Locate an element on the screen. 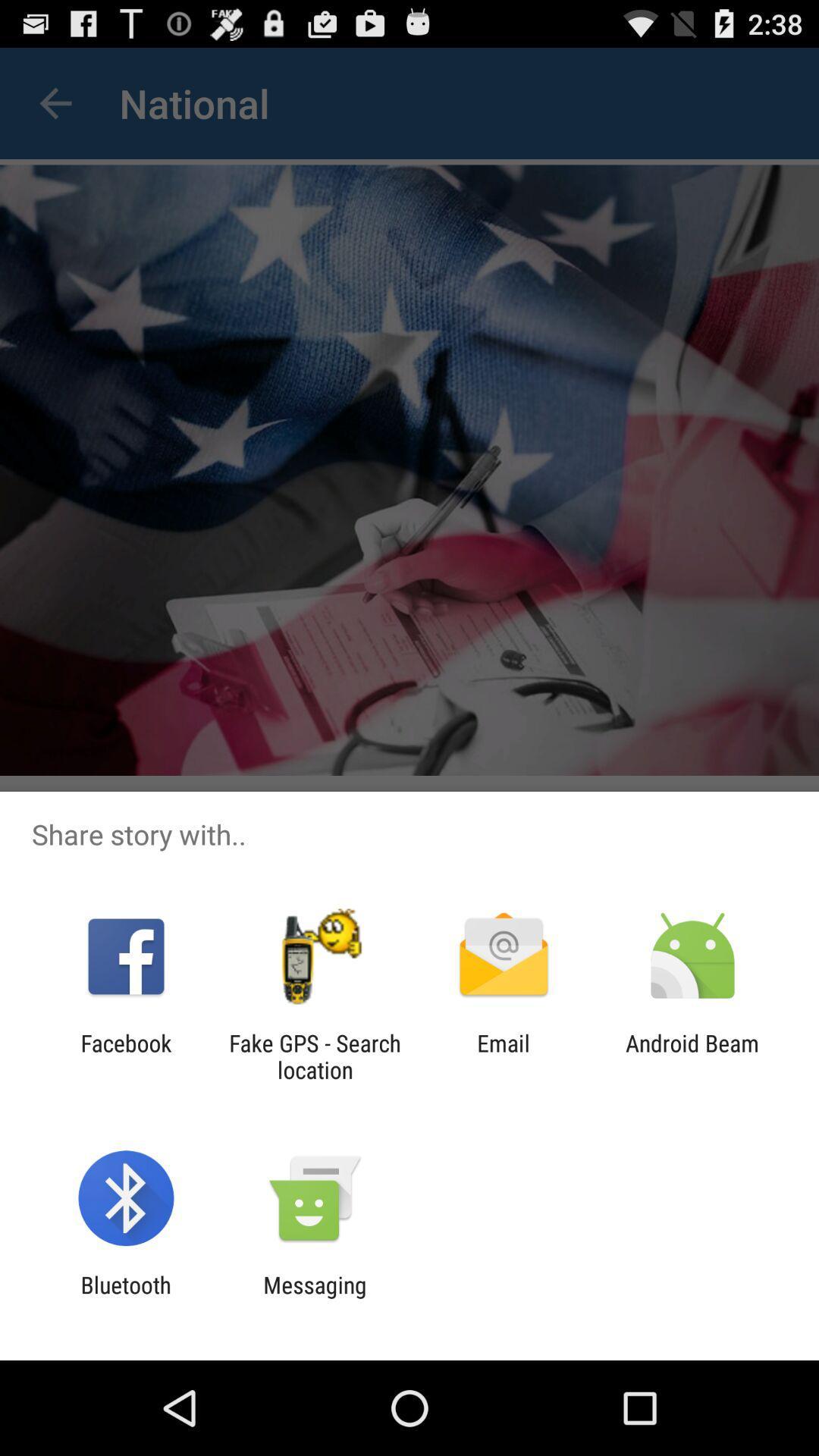  messaging app is located at coordinates (314, 1298).